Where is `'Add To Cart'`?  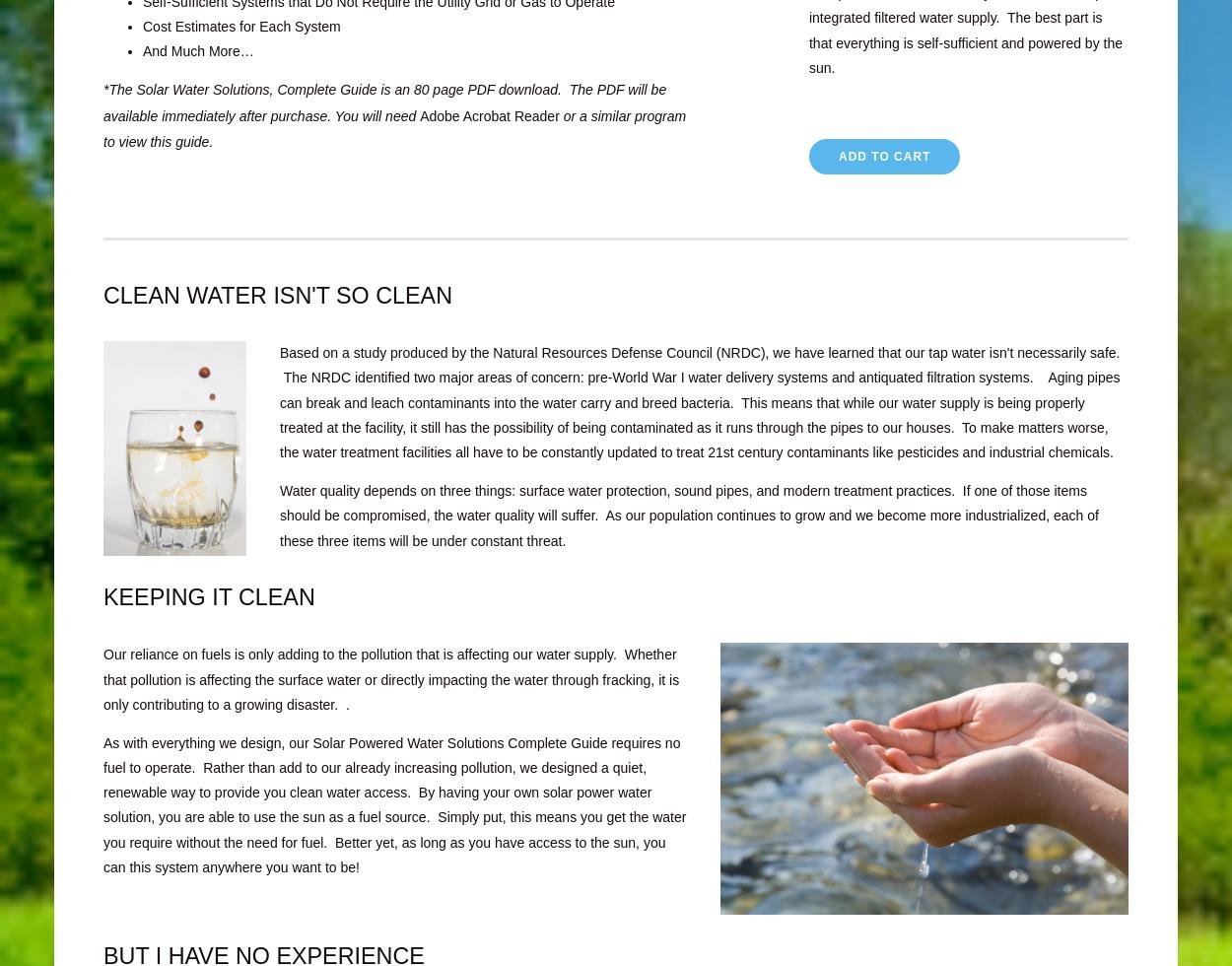
'Add To Cart' is located at coordinates (884, 156).